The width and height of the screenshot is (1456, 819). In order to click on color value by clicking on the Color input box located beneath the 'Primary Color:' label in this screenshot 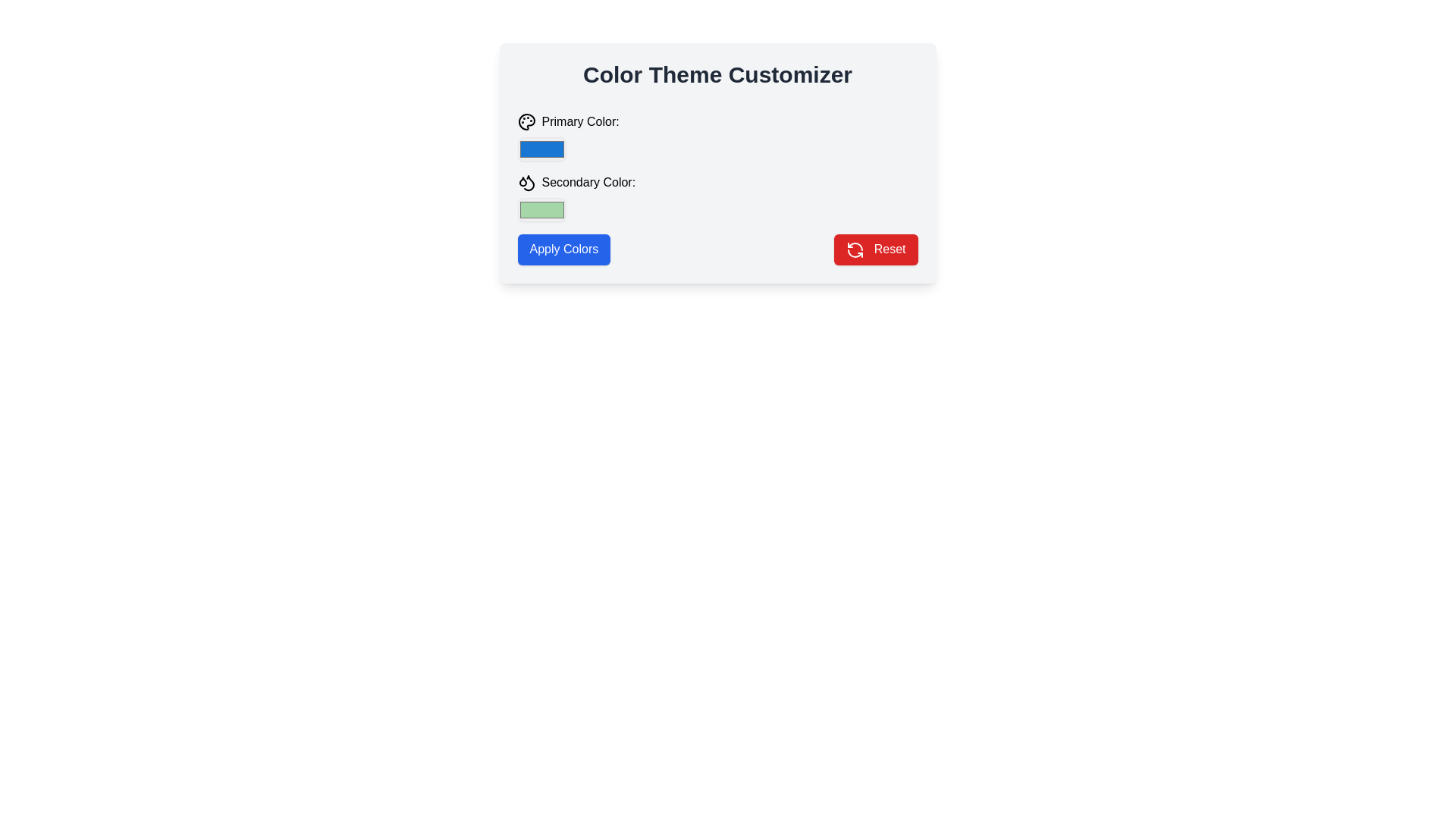, I will do `click(541, 149)`.